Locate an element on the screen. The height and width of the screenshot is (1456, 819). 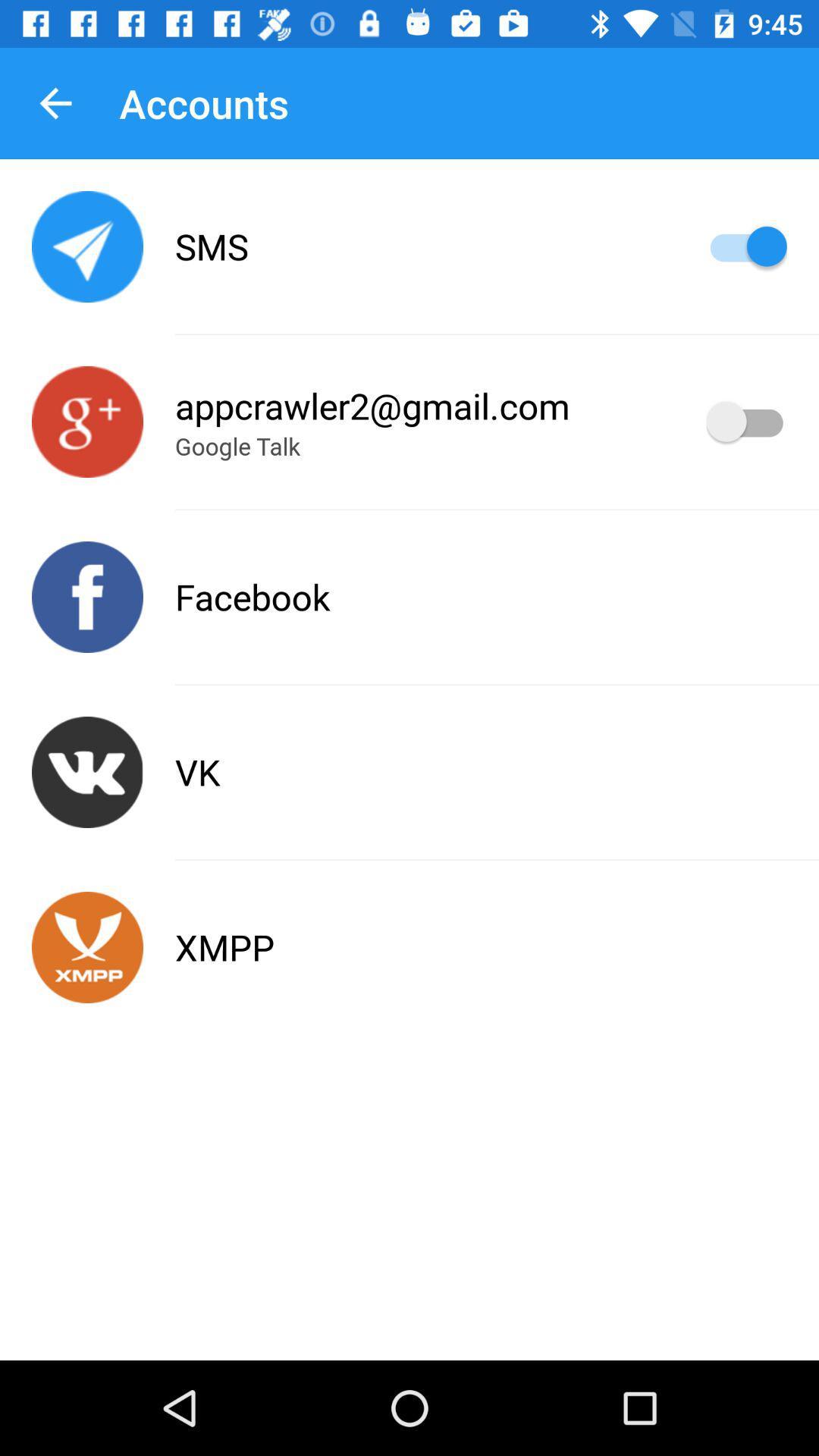
selection is located at coordinates (745, 422).